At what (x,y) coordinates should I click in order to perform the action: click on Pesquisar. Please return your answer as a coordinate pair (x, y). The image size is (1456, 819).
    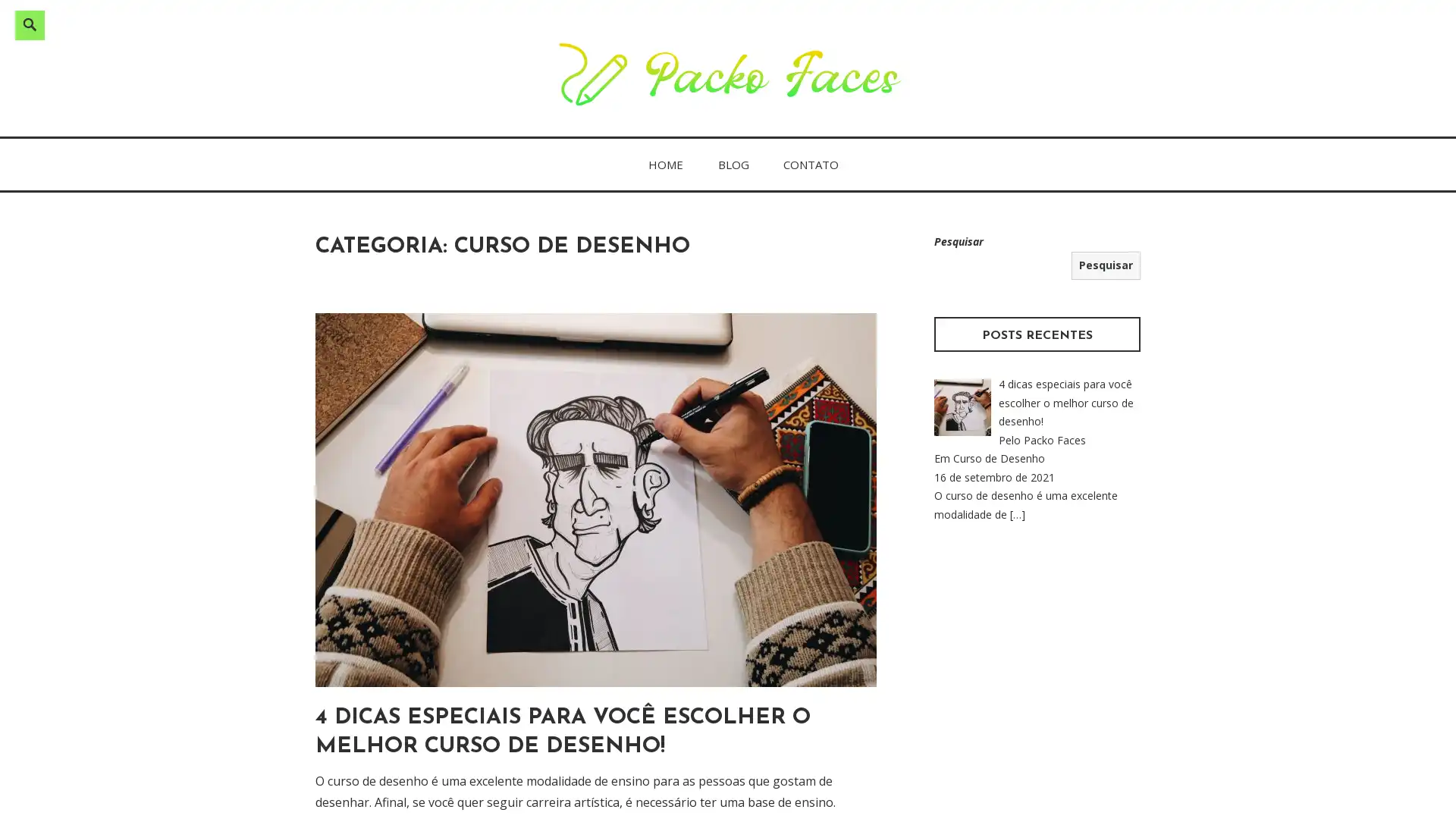
    Looking at the image, I should click on (1106, 264).